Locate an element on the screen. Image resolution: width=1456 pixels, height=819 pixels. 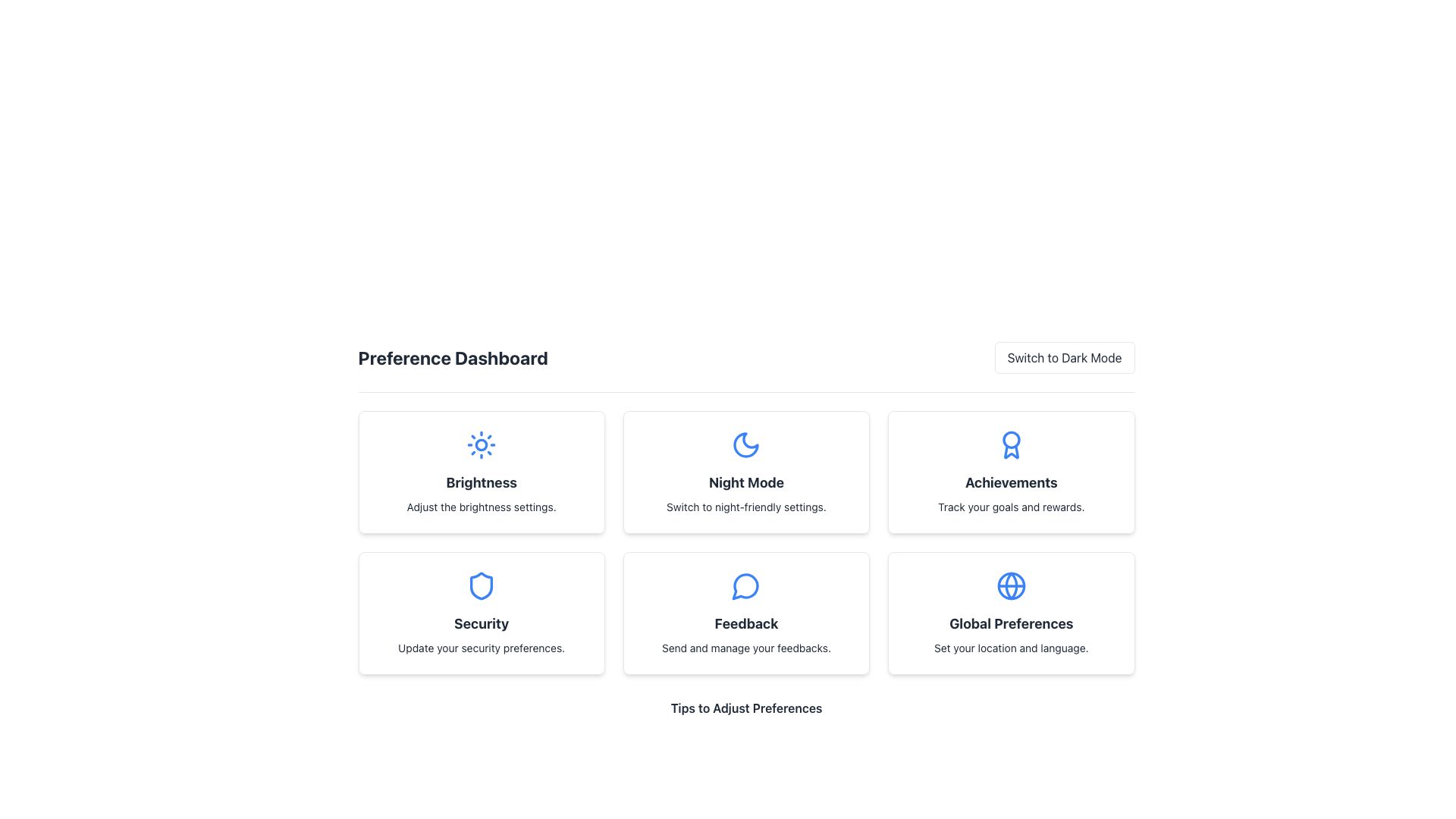
textual guide located beneath the preference options and labeled 'Tips to Adjust Preferences.' This is the last item in the vertical list of tips is located at coordinates (755, 775).